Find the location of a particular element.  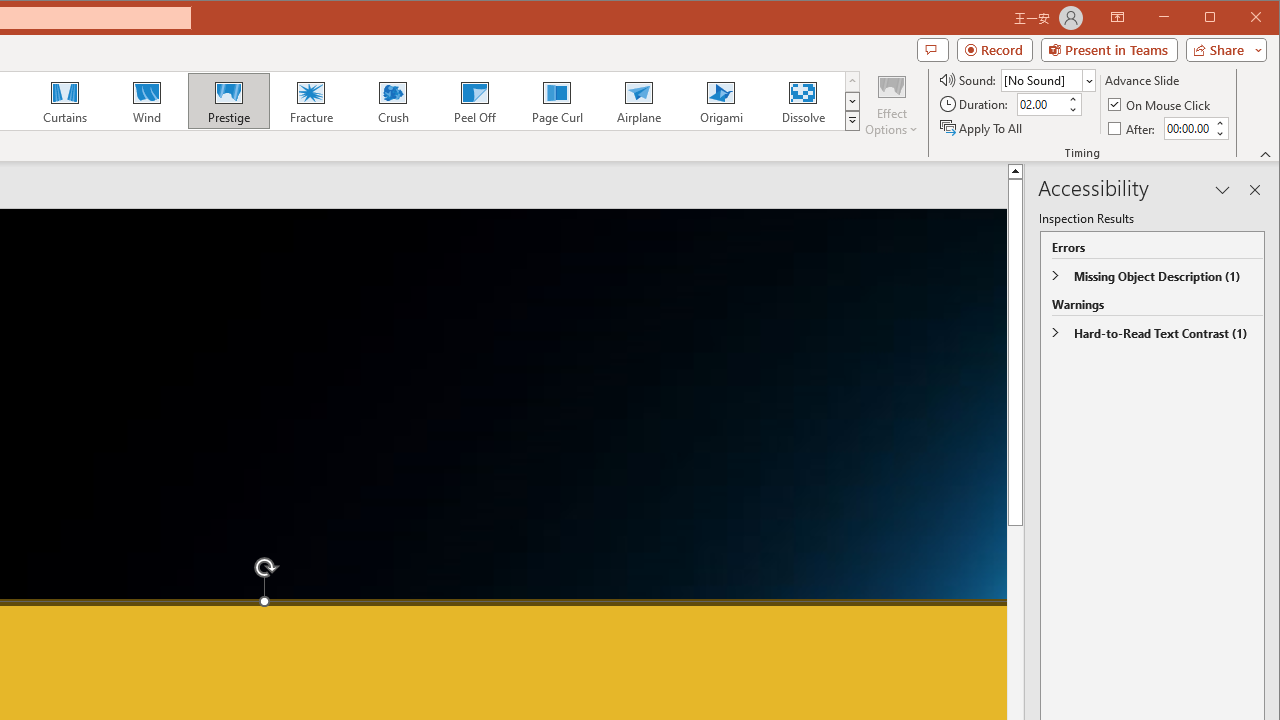

'Origami' is located at coordinates (720, 100).